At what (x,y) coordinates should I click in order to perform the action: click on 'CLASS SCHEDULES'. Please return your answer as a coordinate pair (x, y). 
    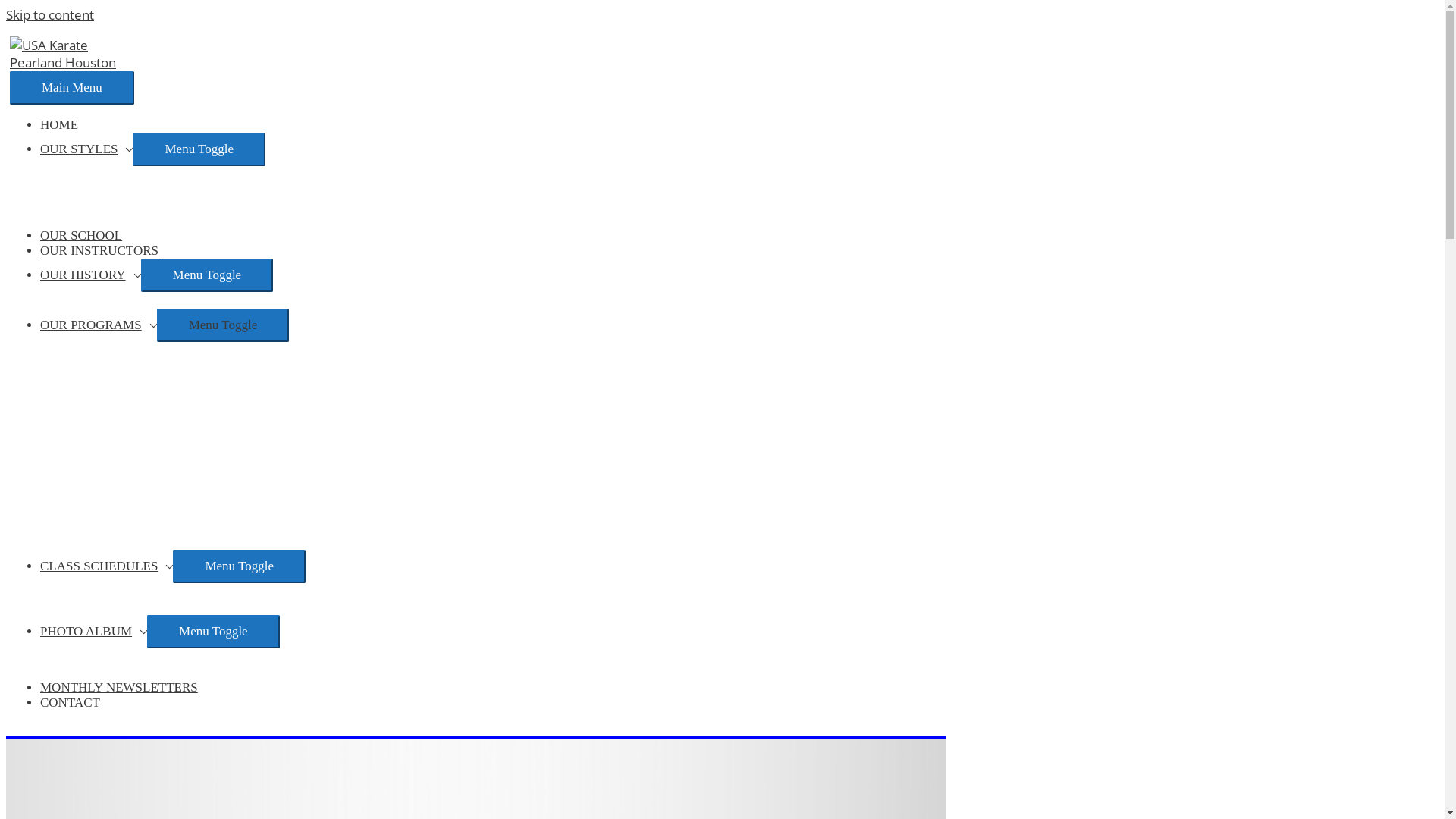
    Looking at the image, I should click on (105, 566).